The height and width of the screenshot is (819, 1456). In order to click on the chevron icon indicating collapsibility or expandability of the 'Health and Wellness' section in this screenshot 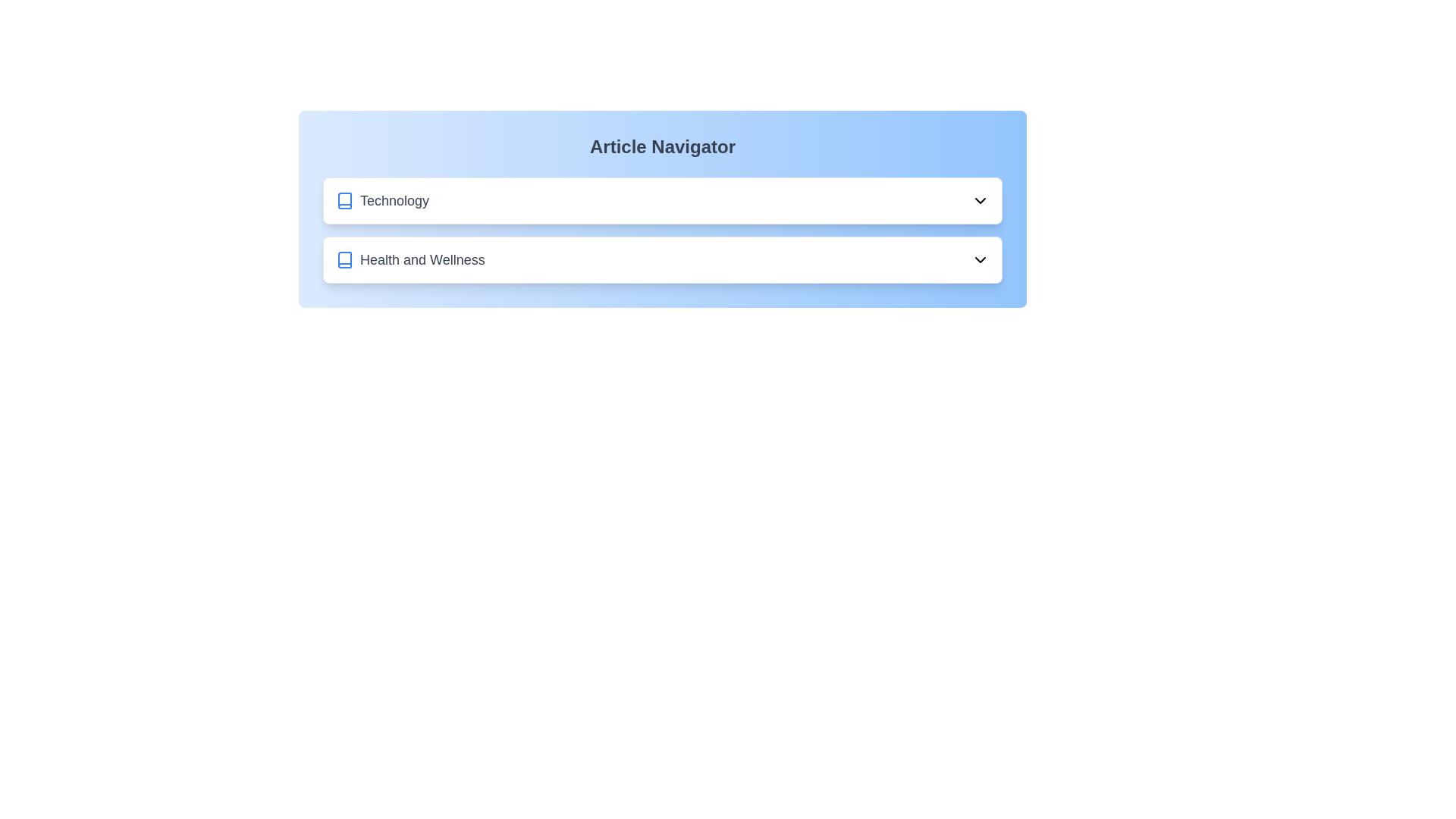, I will do `click(980, 259)`.